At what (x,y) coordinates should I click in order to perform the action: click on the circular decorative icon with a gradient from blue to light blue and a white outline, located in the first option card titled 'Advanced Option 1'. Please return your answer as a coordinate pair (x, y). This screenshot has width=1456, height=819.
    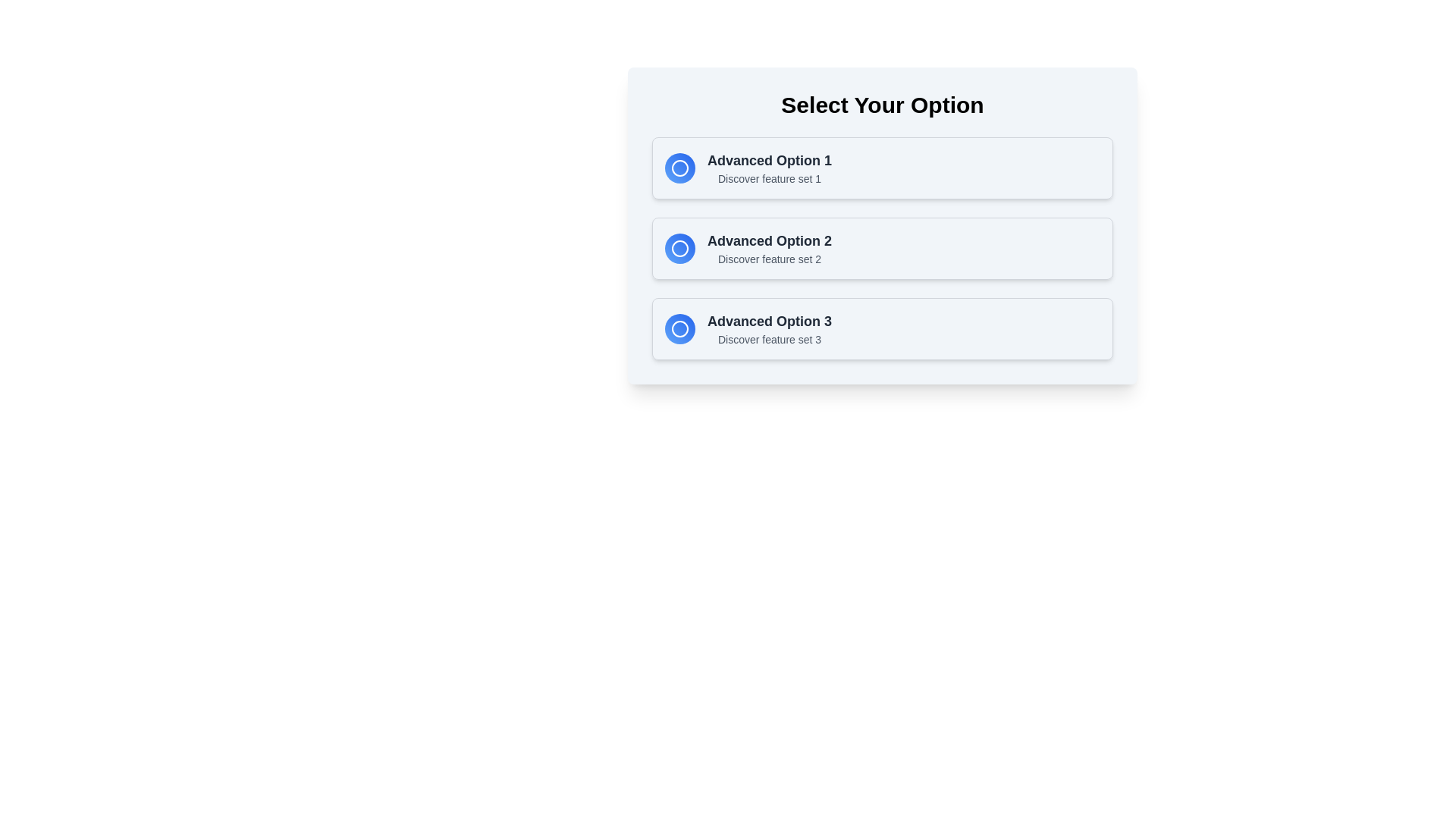
    Looking at the image, I should click on (679, 168).